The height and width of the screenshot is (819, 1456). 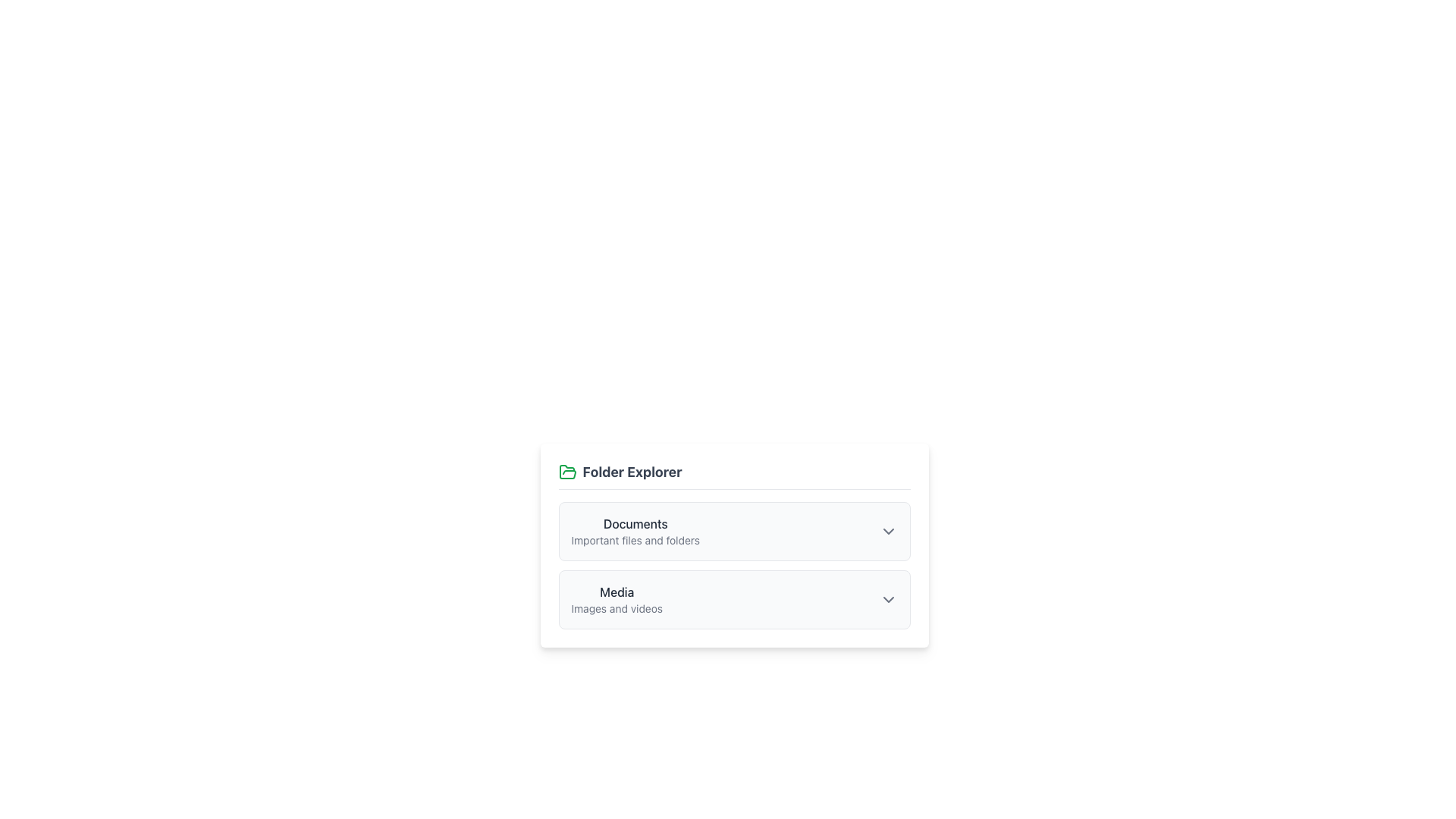 I want to click on the downward chevron icon indicating the dropdown toggle in the 'Documents' section header, so click(x=888, y=531).